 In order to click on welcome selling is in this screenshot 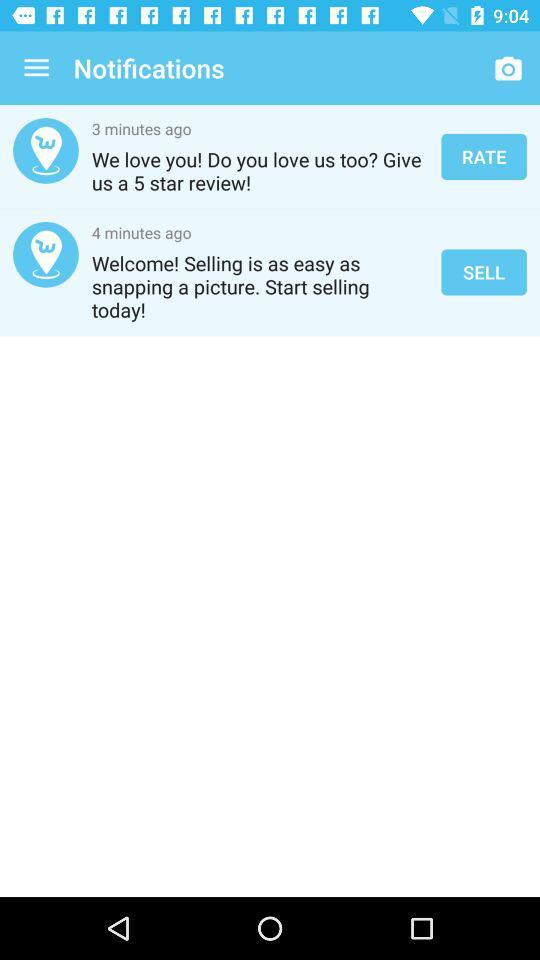, I will do `click(260, 285)`.